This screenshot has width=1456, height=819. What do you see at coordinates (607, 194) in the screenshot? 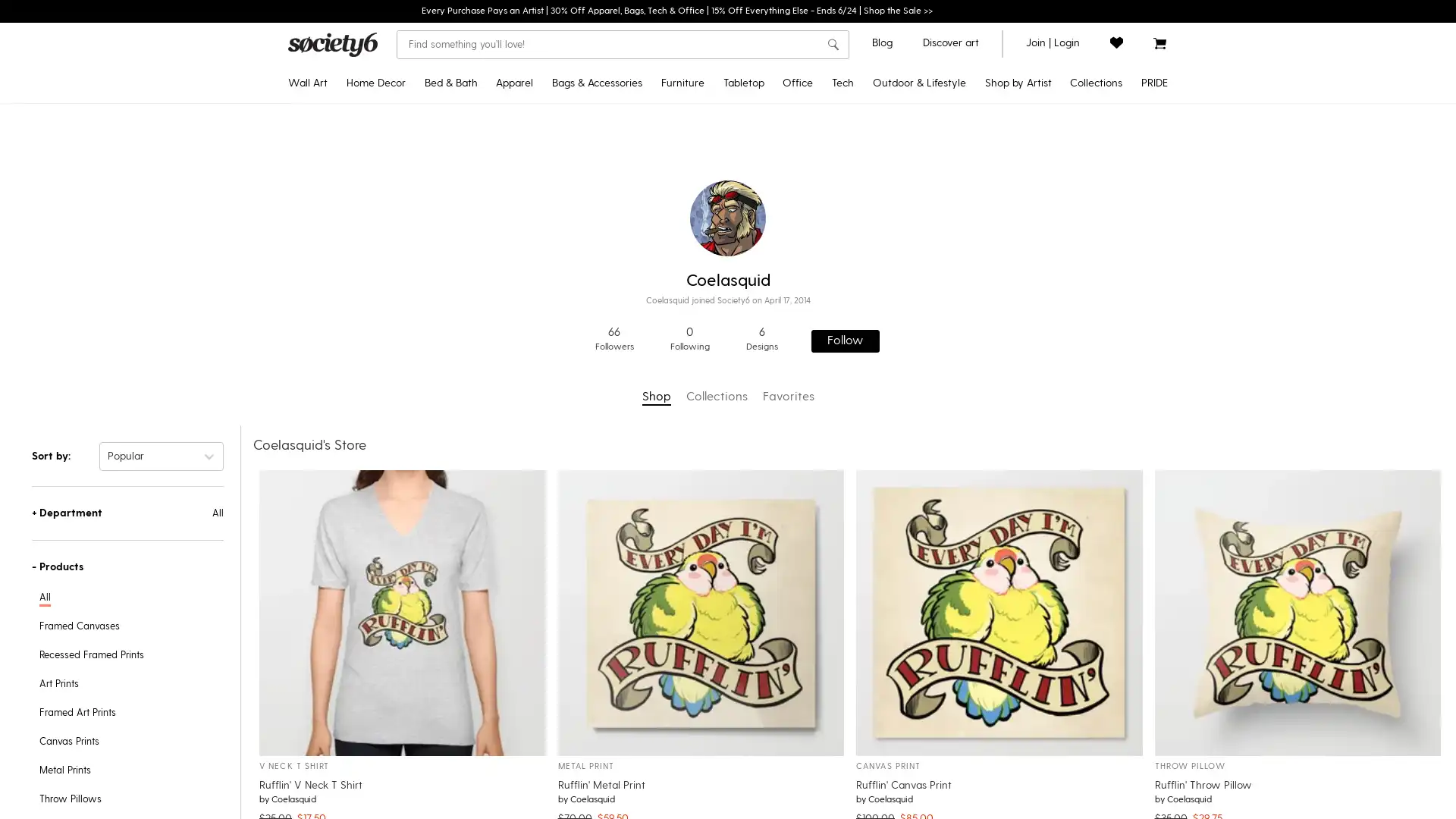
I see `Duffle Bags` at bounding box center [607, 194].